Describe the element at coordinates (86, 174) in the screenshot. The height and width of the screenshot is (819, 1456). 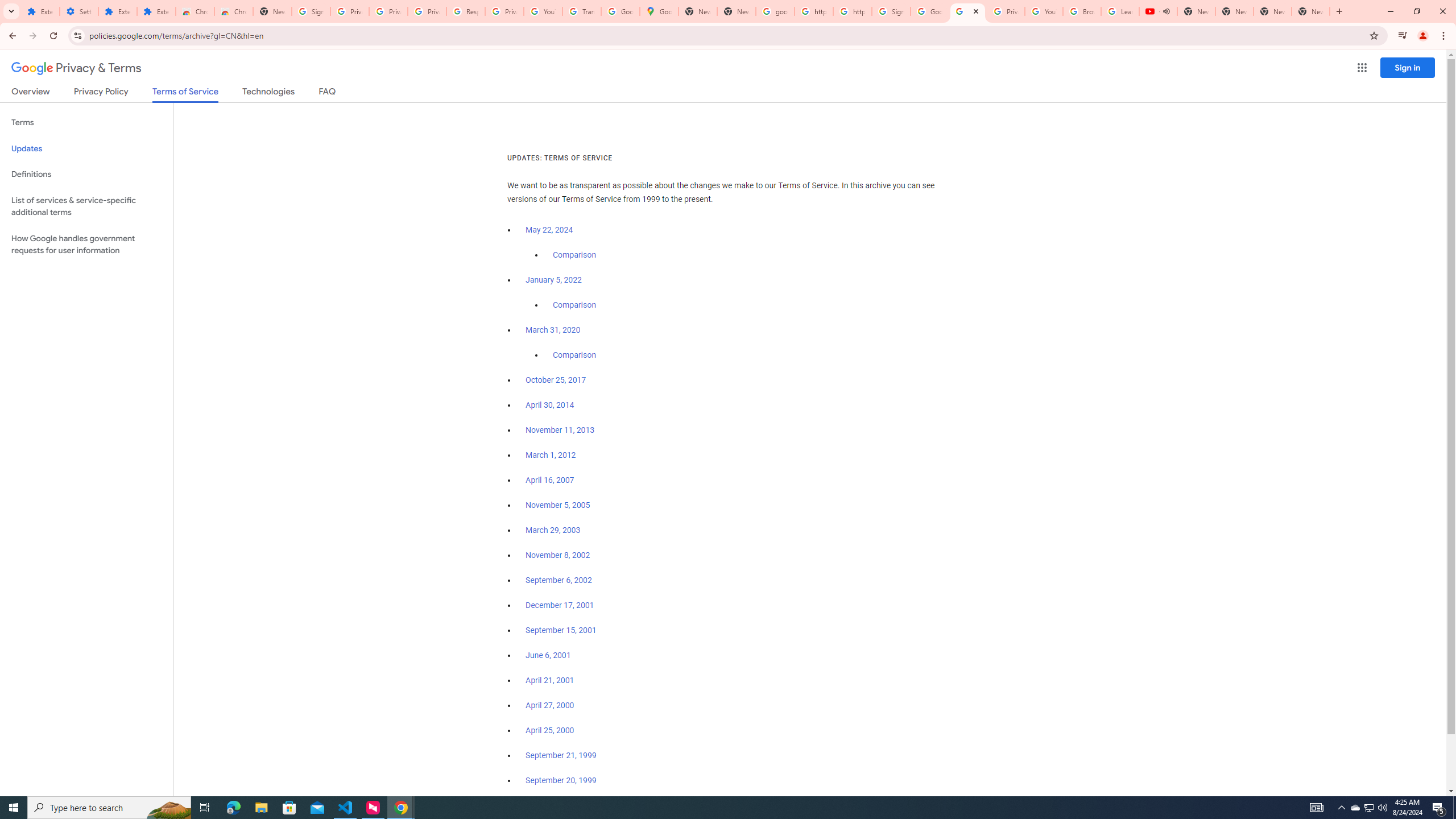
I see `'Definitions'` at that location.